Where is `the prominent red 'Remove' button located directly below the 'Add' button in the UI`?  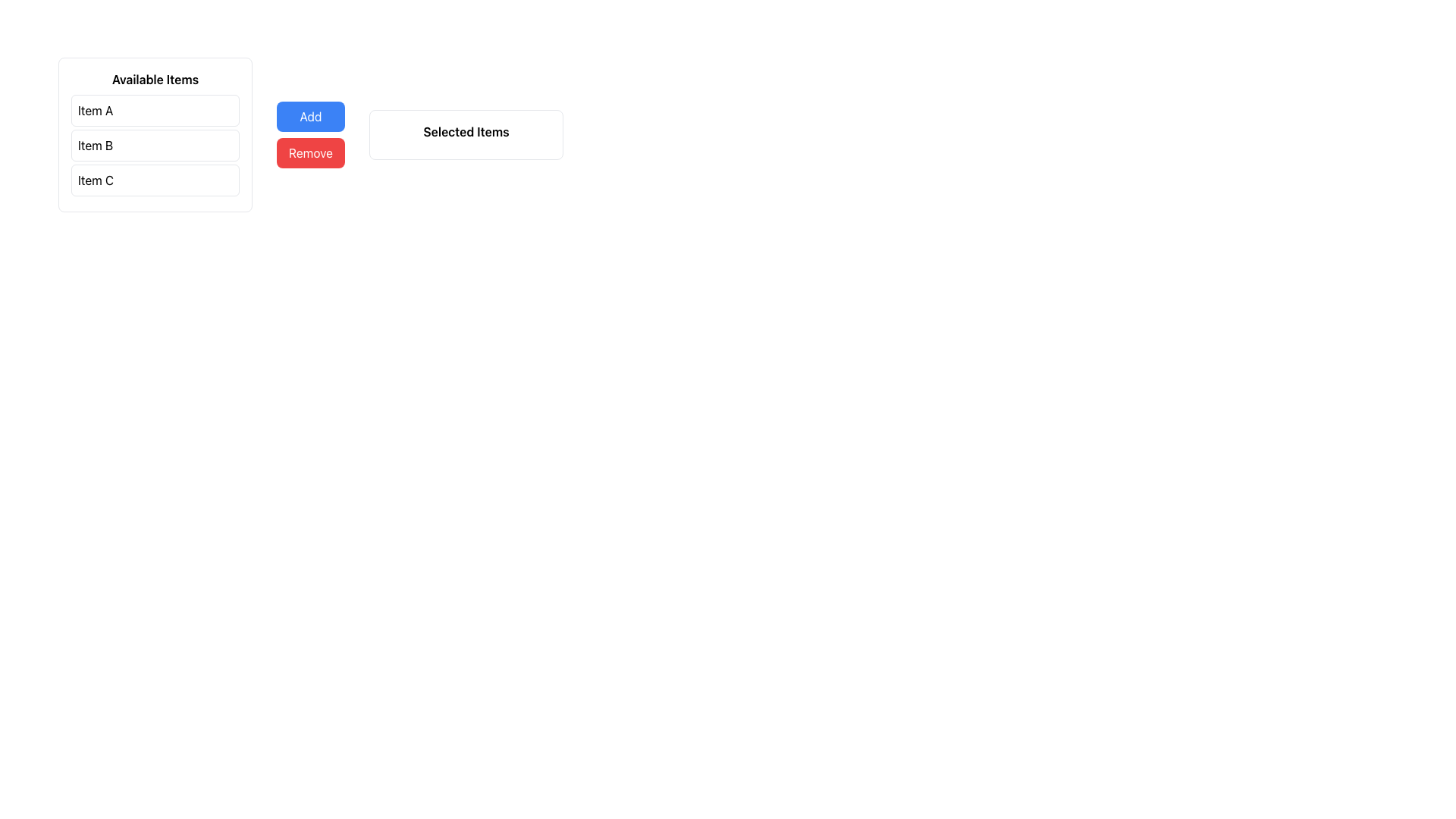 the prominent red 'Remove' button located directly below the 'Add' button in the UI is located at coordinates (310, 152).